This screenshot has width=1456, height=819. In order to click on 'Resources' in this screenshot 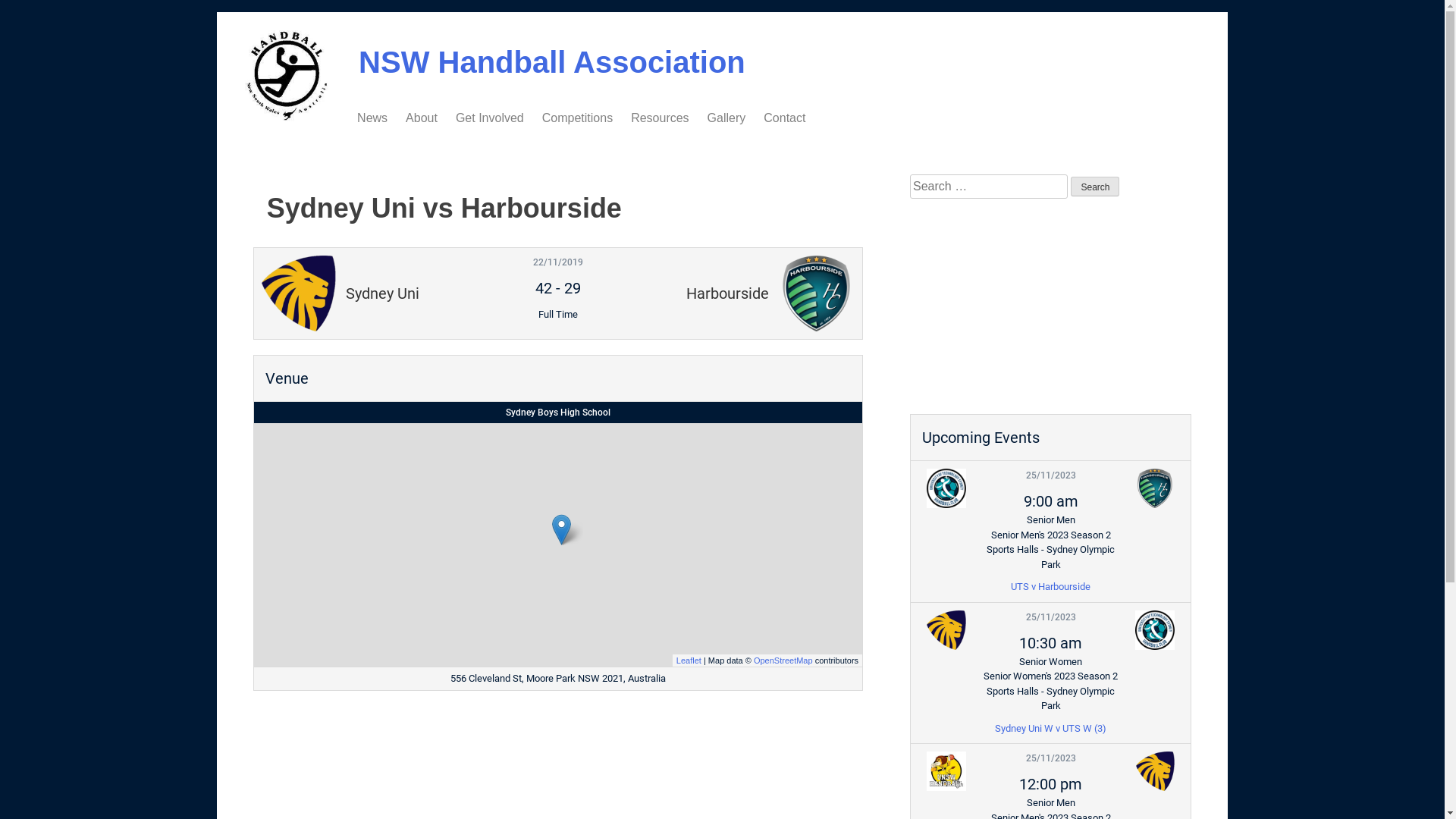, I will do `click(659, 117)`.